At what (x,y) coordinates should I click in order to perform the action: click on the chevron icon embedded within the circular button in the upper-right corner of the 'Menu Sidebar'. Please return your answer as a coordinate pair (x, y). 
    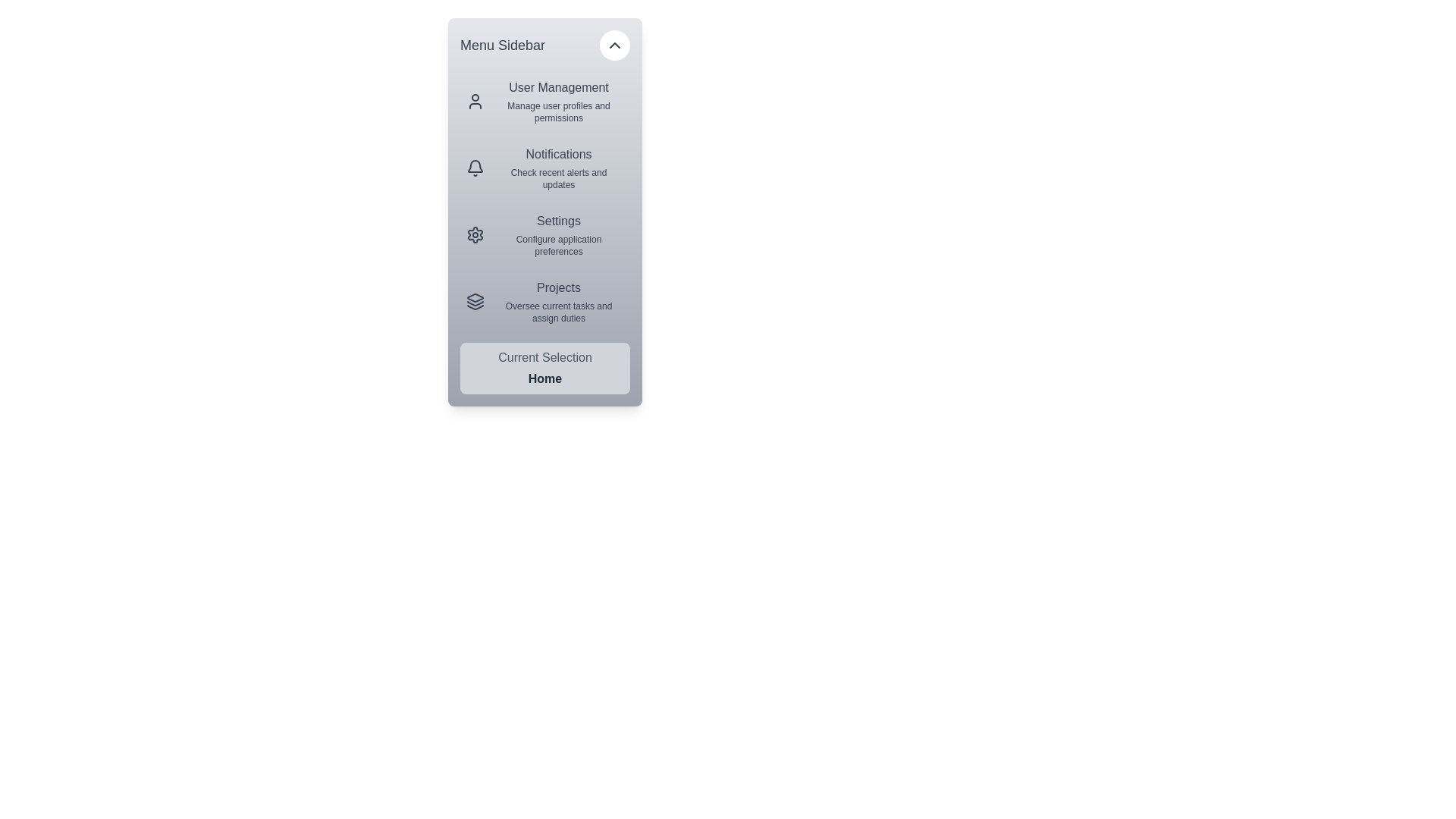
    Looking at the image, I should click on (615, 45).